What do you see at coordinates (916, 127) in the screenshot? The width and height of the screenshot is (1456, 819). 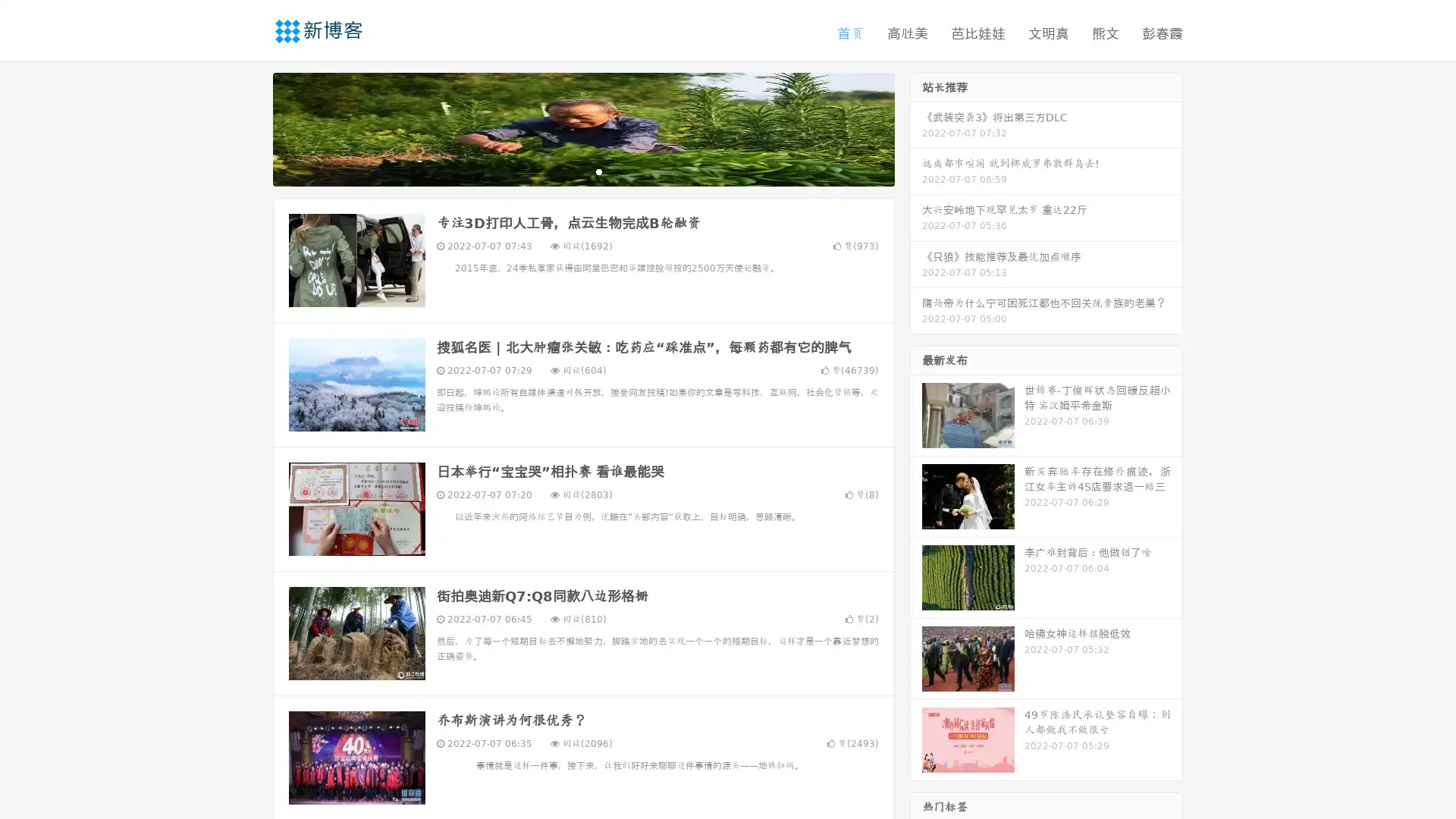 I see `Next slide` at bounding box center [916, 127].